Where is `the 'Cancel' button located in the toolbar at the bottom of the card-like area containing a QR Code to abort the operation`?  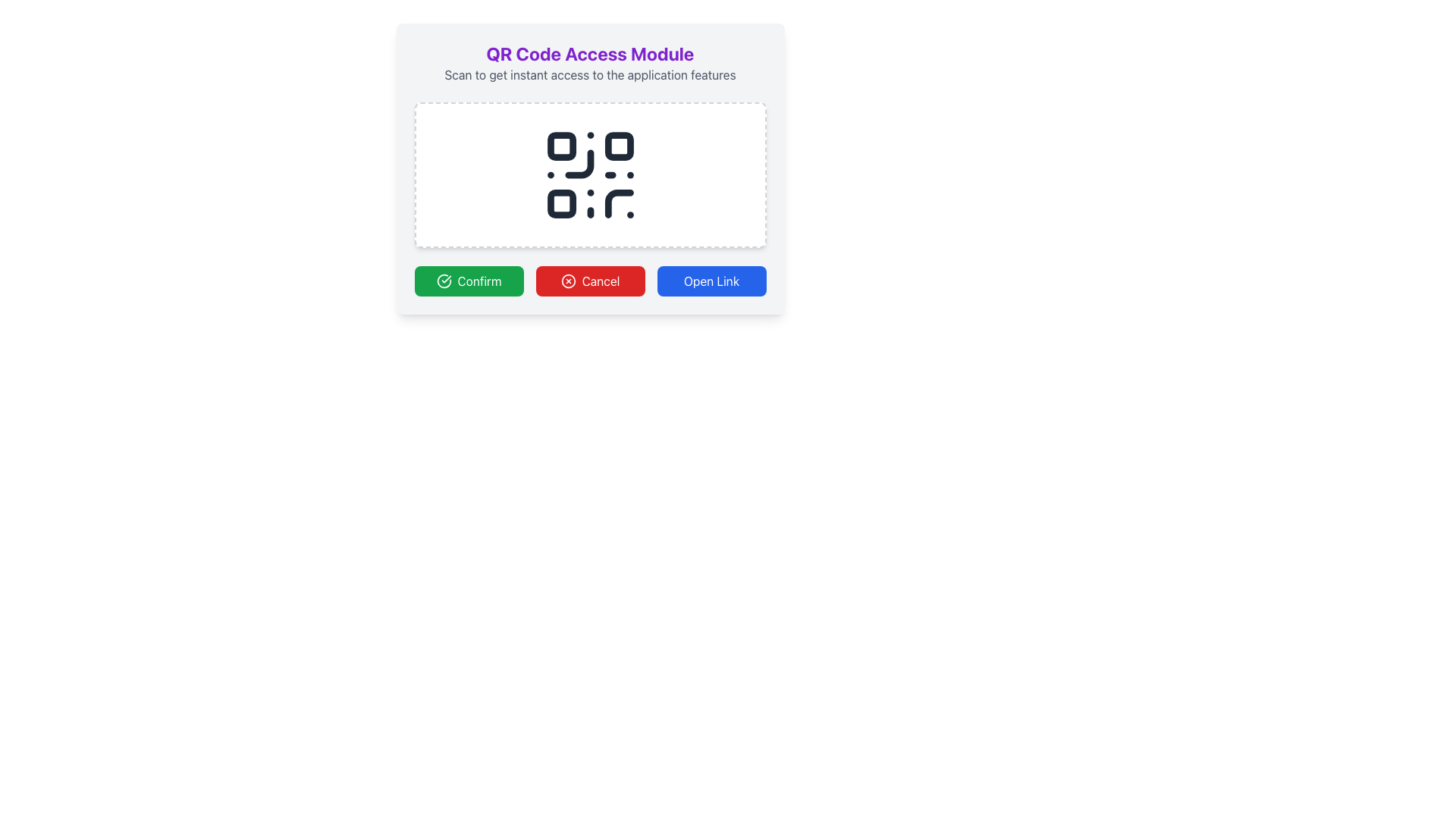
the 'Cancel' button located in the toolbar at the bottom of the card-like area containing a QR Code to abort the operation is located at coordinates (589, 281).